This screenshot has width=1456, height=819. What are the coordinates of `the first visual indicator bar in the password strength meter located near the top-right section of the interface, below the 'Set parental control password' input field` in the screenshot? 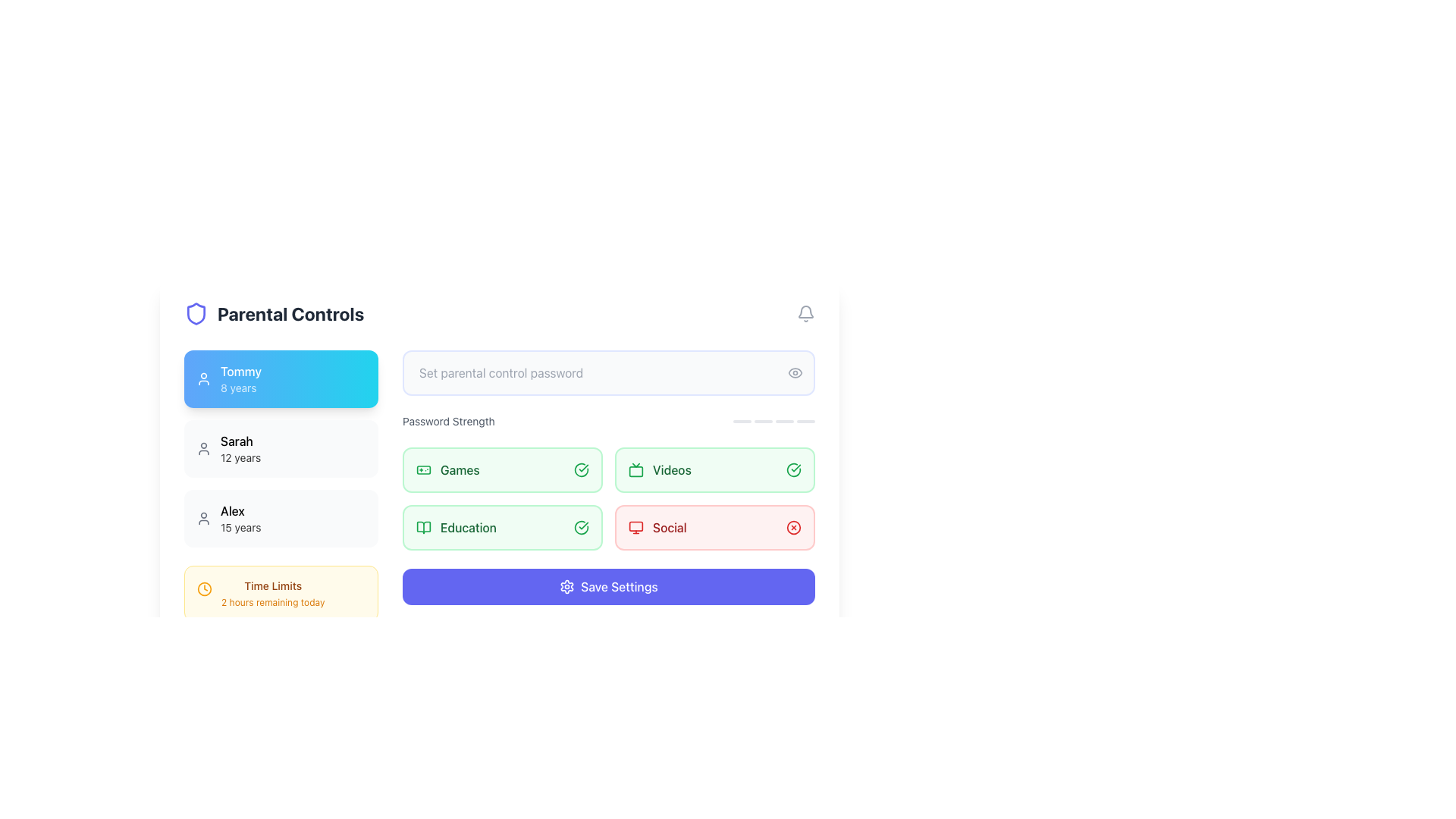 It's located at (742, 421).